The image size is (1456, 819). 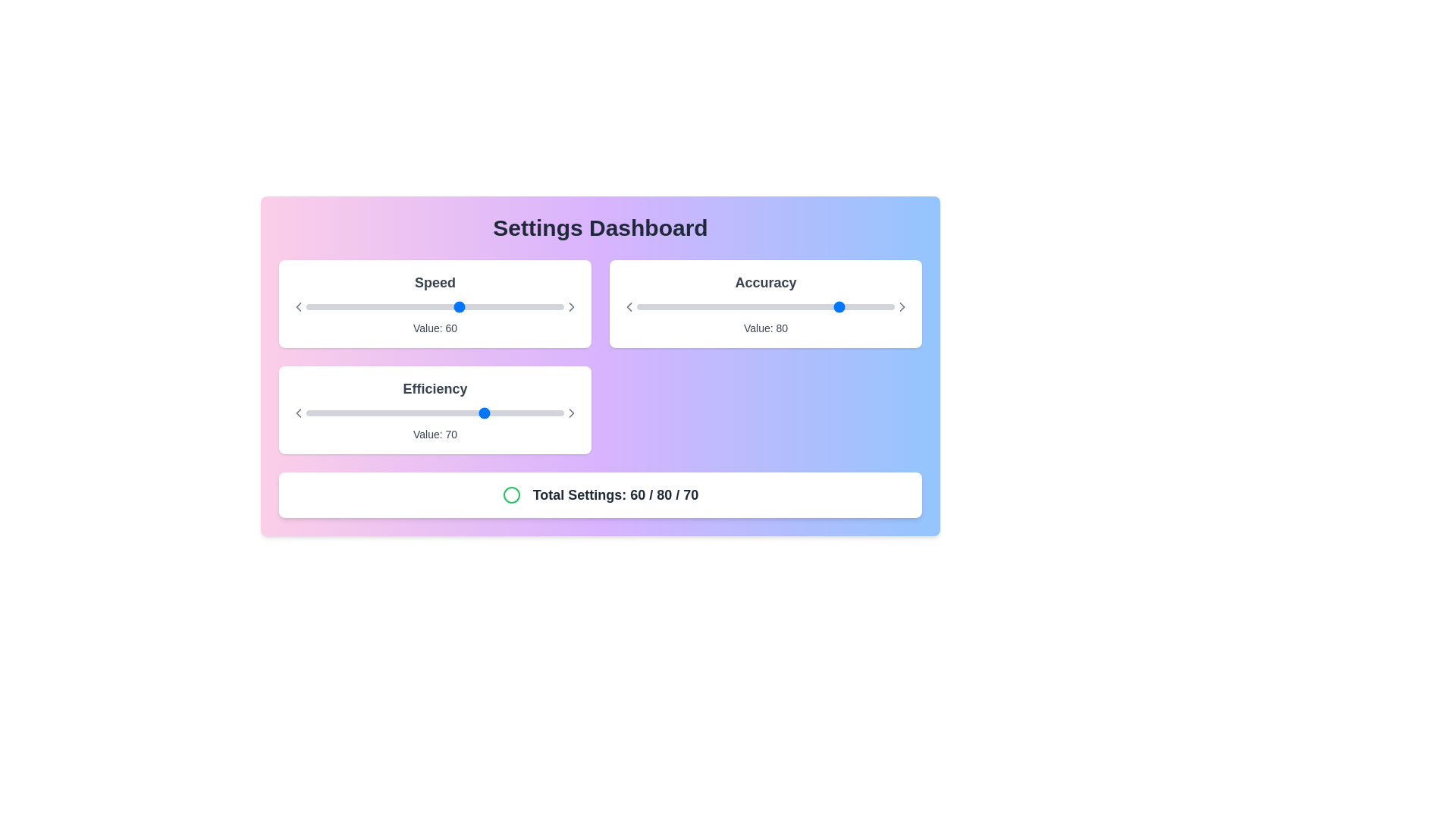 I want to click on the accuracy slider, so click(x=758, y=307).